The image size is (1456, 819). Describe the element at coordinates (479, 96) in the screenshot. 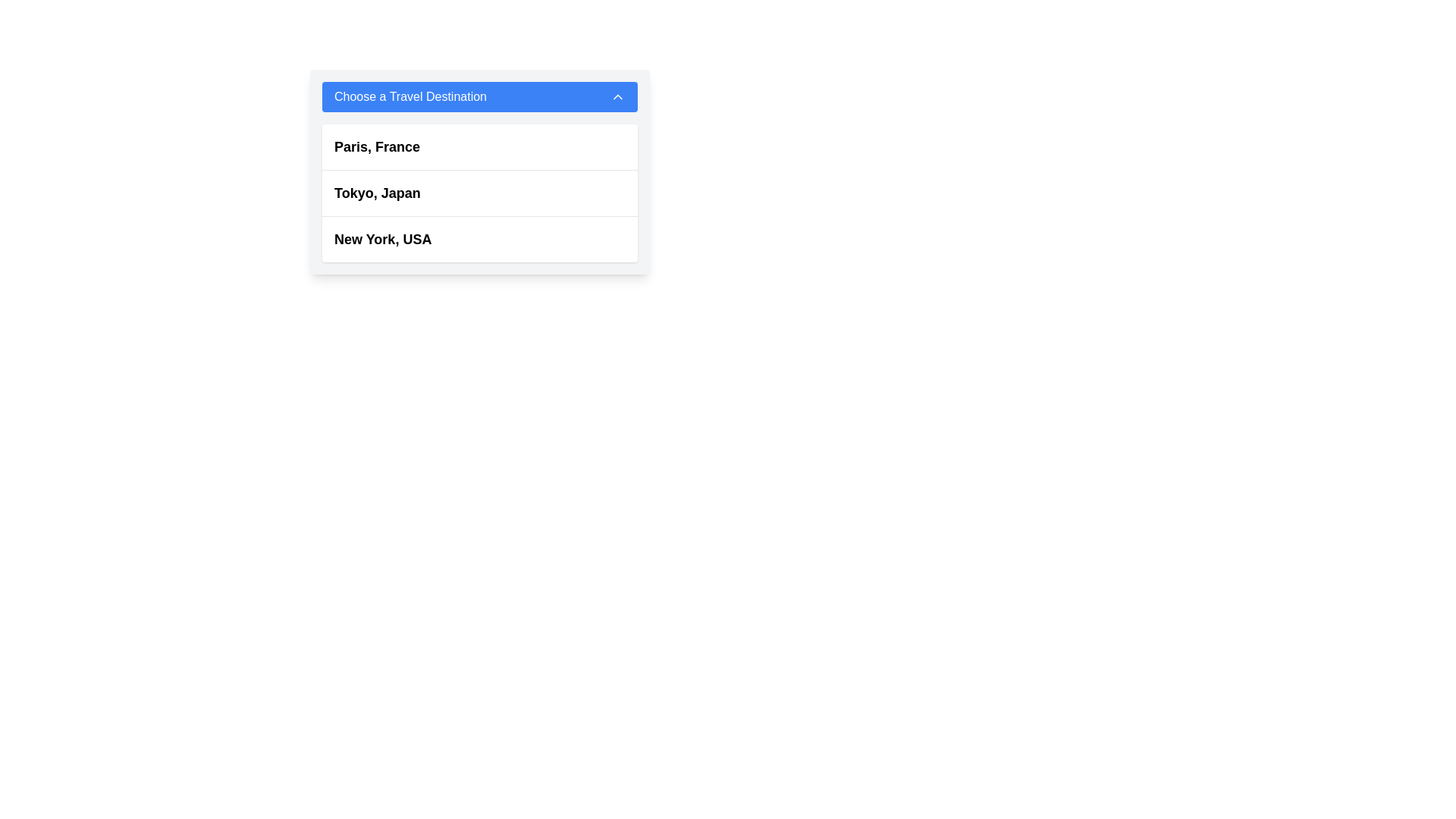

I see `the dropdown button labeled 'Choose a Travel Destination' with a blue background` at that location.